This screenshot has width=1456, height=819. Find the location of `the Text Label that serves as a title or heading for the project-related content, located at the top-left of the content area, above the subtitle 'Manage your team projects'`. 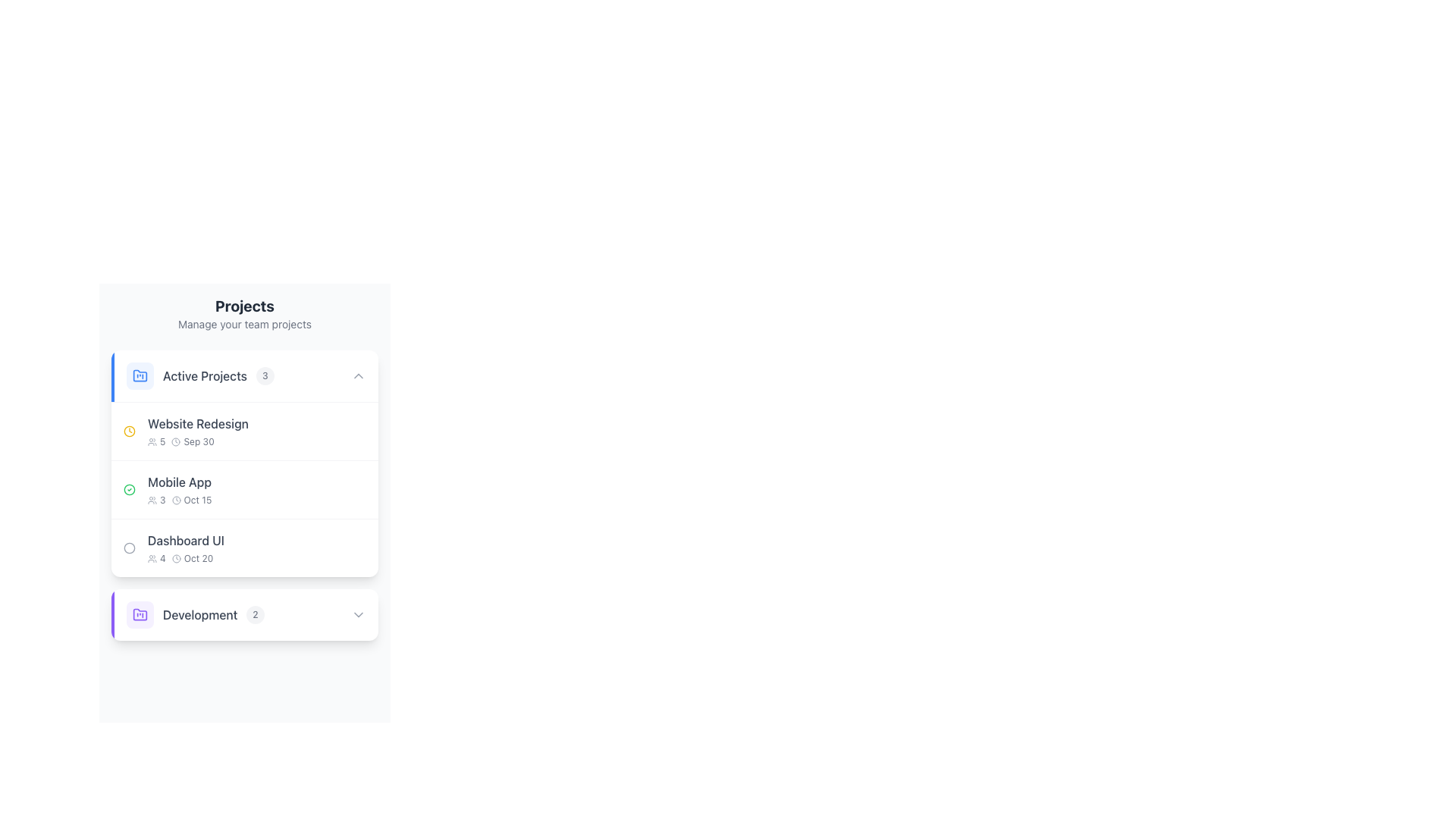

the Text Label that serves as a title or heading for the project-related content, located at the top-left of the content area, above the subtitle 'Manage your team projects' is located at coordinates (244, 306).